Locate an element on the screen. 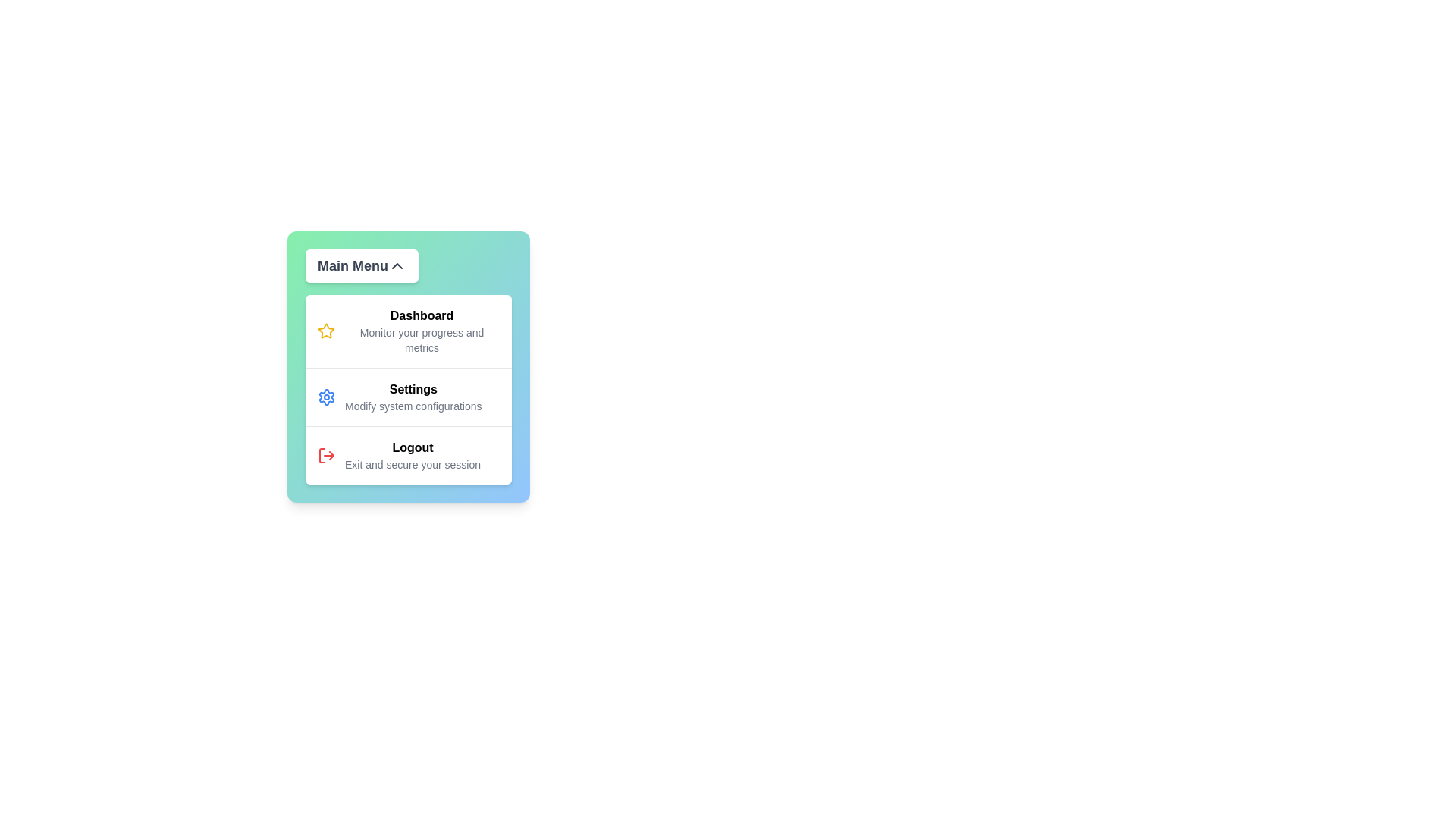  the menu item Dashboard to observe its hover effect is located at coordinates (408, 330).